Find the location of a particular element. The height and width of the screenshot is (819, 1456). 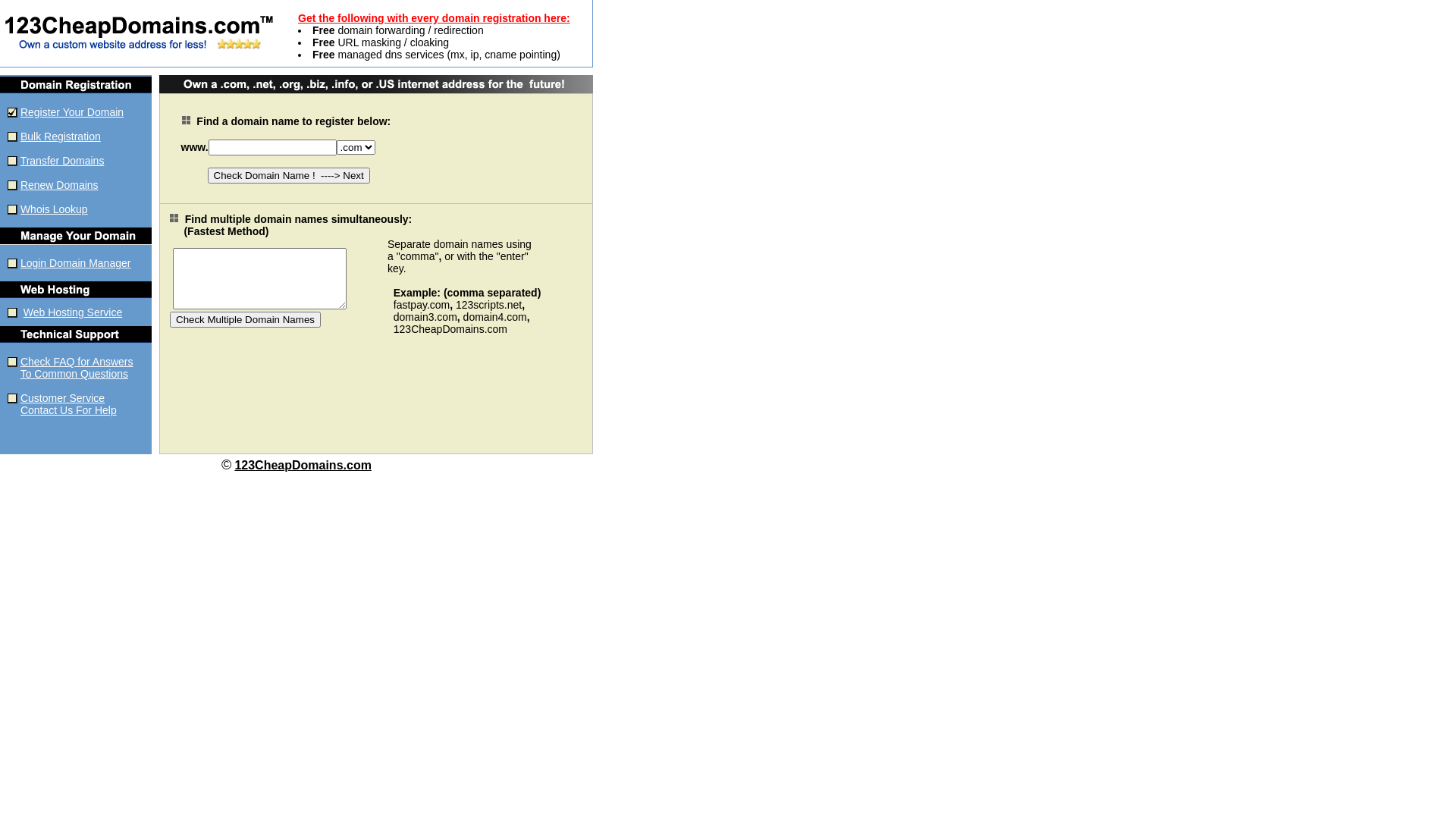

'Check FAQ for Answers' is located at coordinates (76, 362).